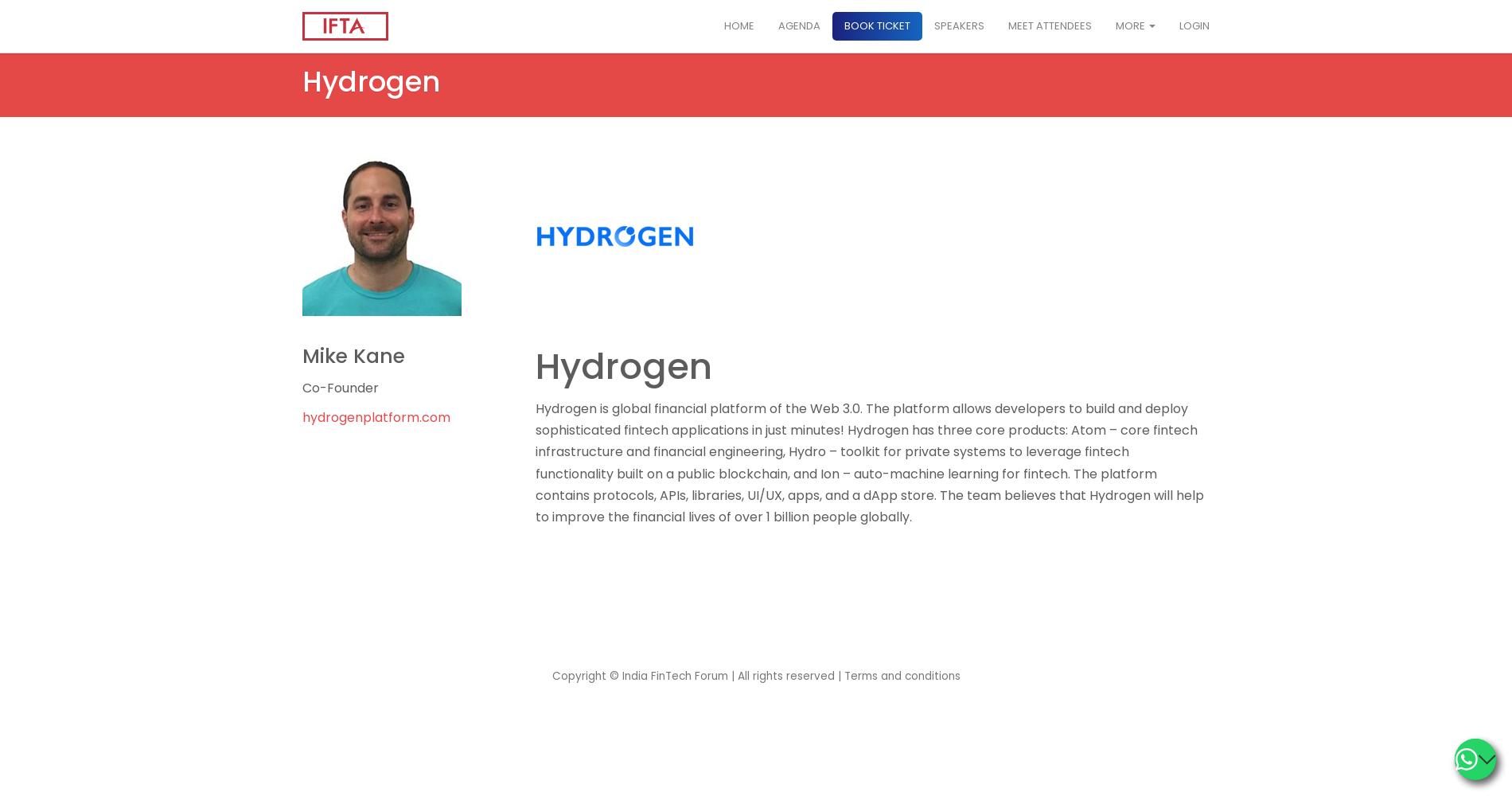  I want to click on 'Login', so click(1194, 25).